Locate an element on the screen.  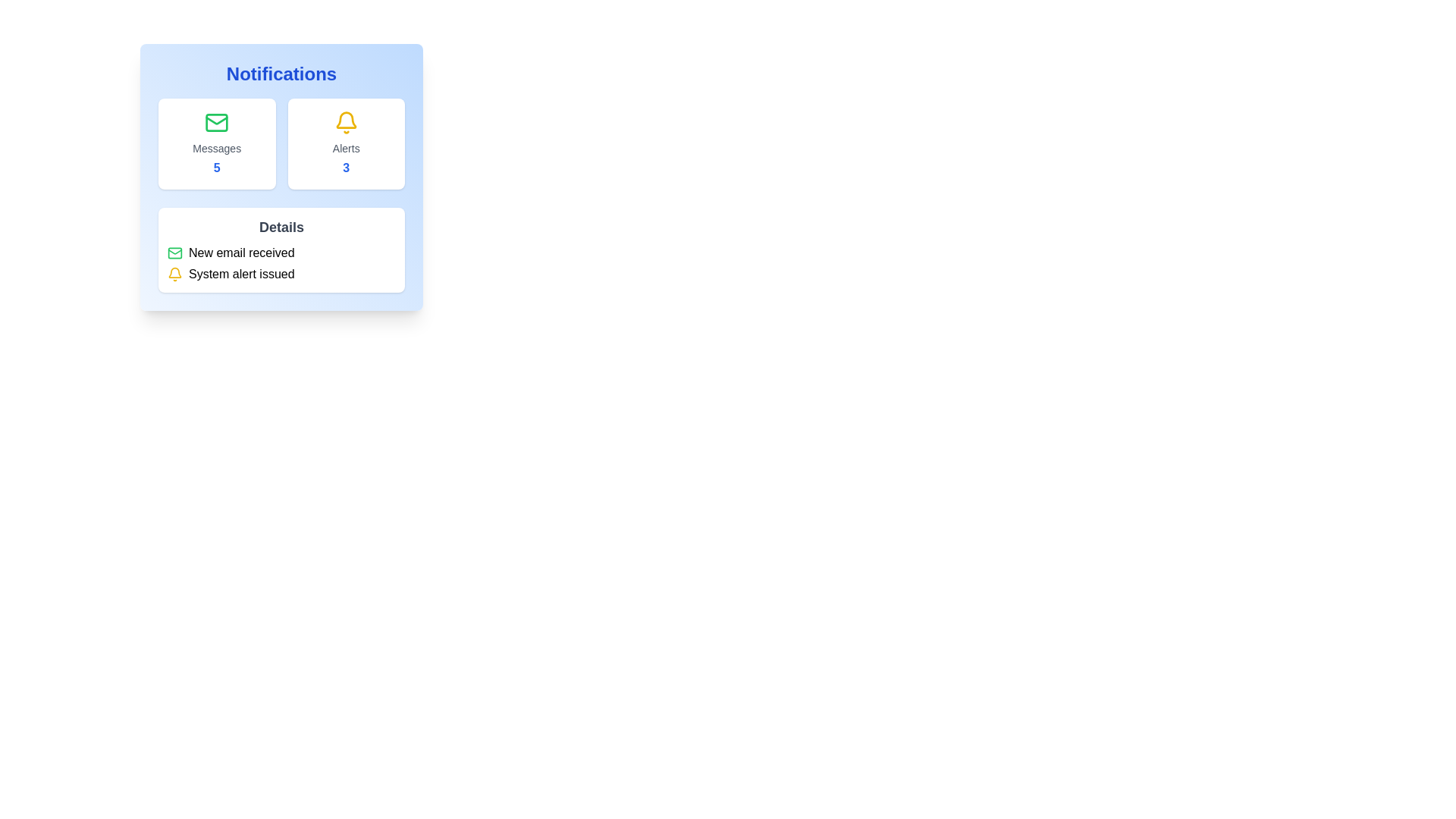
the label that describes the count of messages in the 'Notifications' section, situated between a green email icon and the bold number '5' is located at coordinates (216, 149).